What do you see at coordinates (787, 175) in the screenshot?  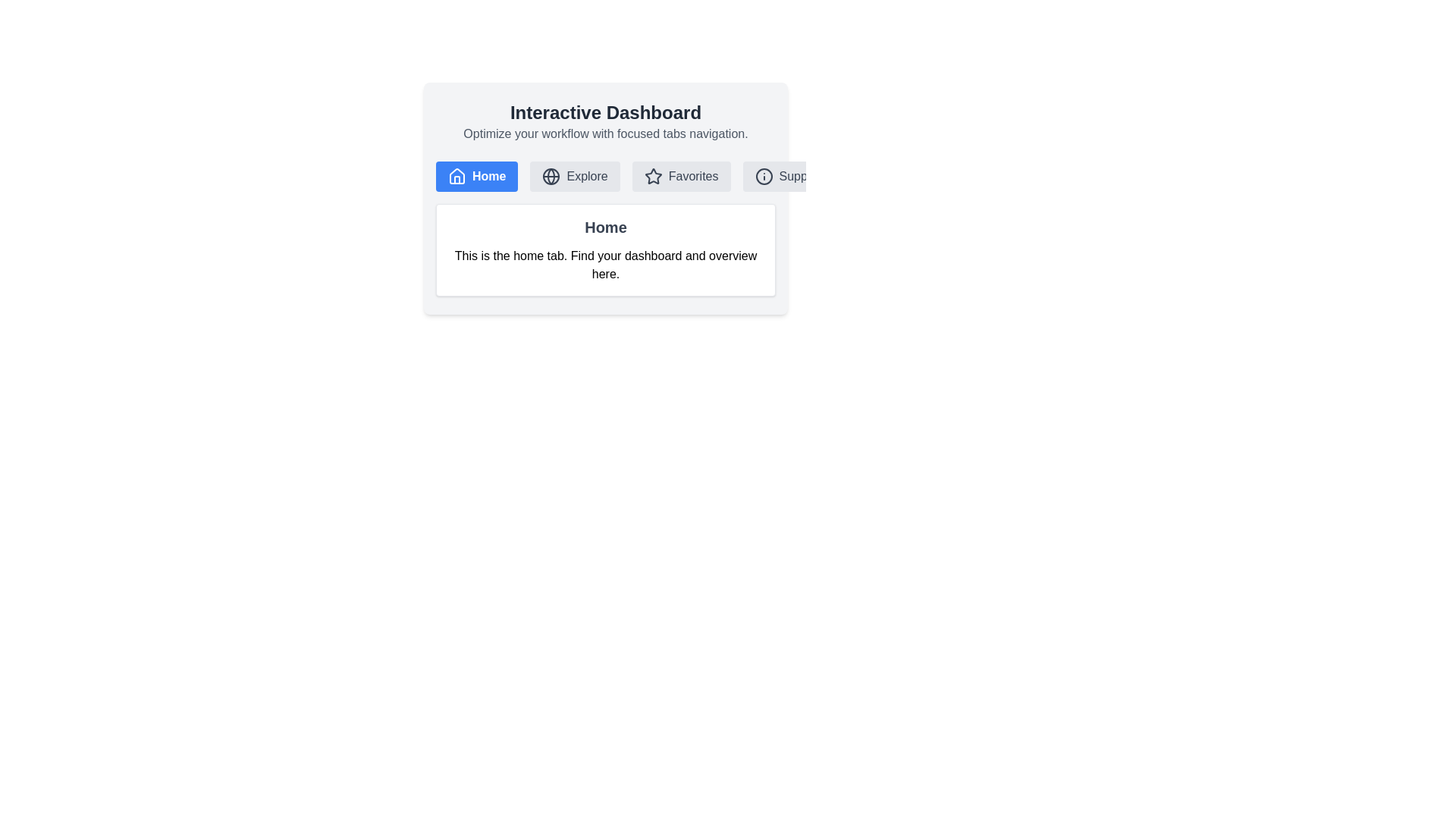 I see `the tab labeled Support to switch to it` at bounding box center [787, 175].